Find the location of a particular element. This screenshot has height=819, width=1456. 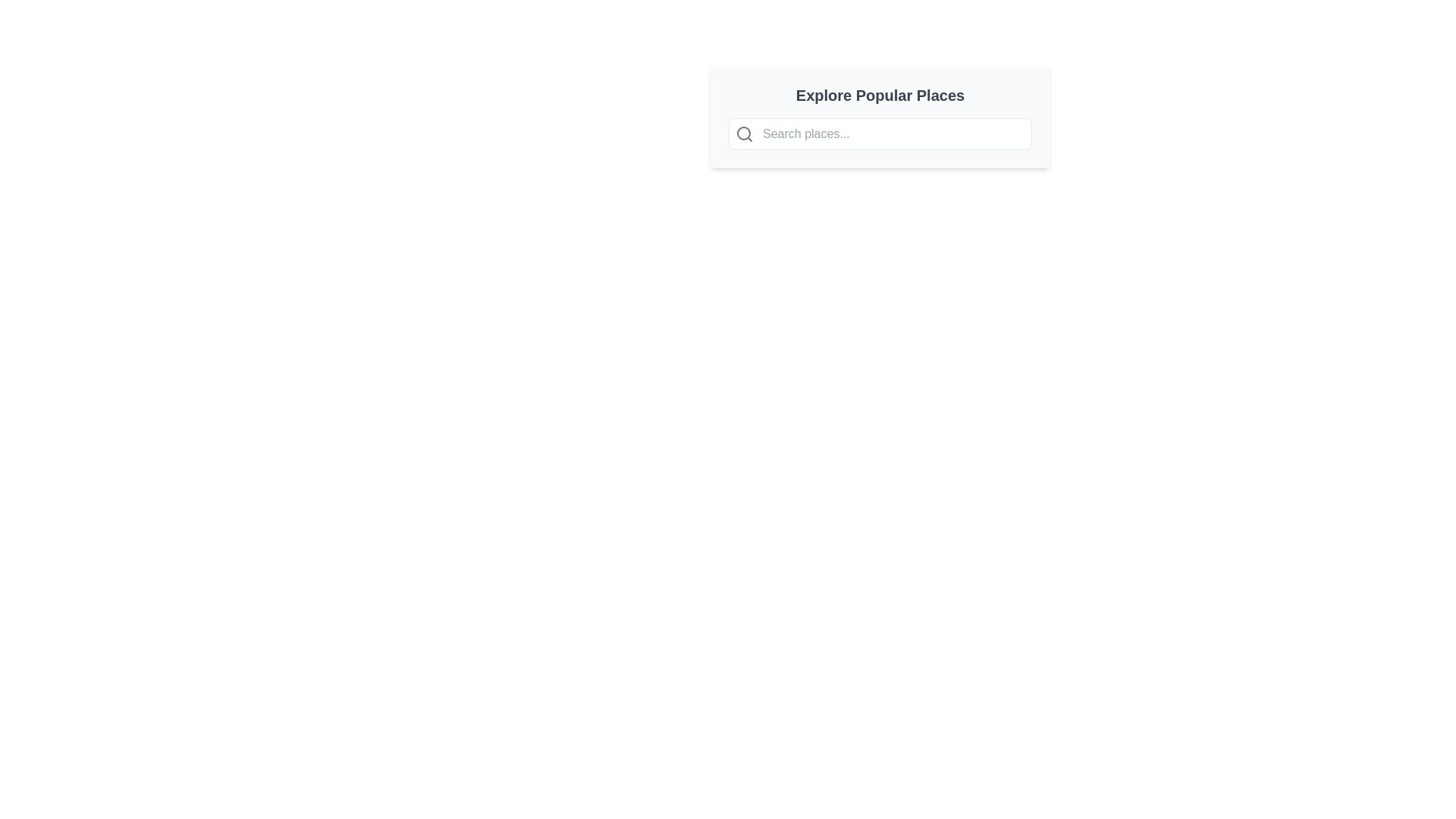

the circular graphical SVG component that is part of the magnifying glass icon located on the left side of the search input field labeled 'Search places...', positioned below the heading 'Explore Popular Places' is located at coordinates (743, 133).